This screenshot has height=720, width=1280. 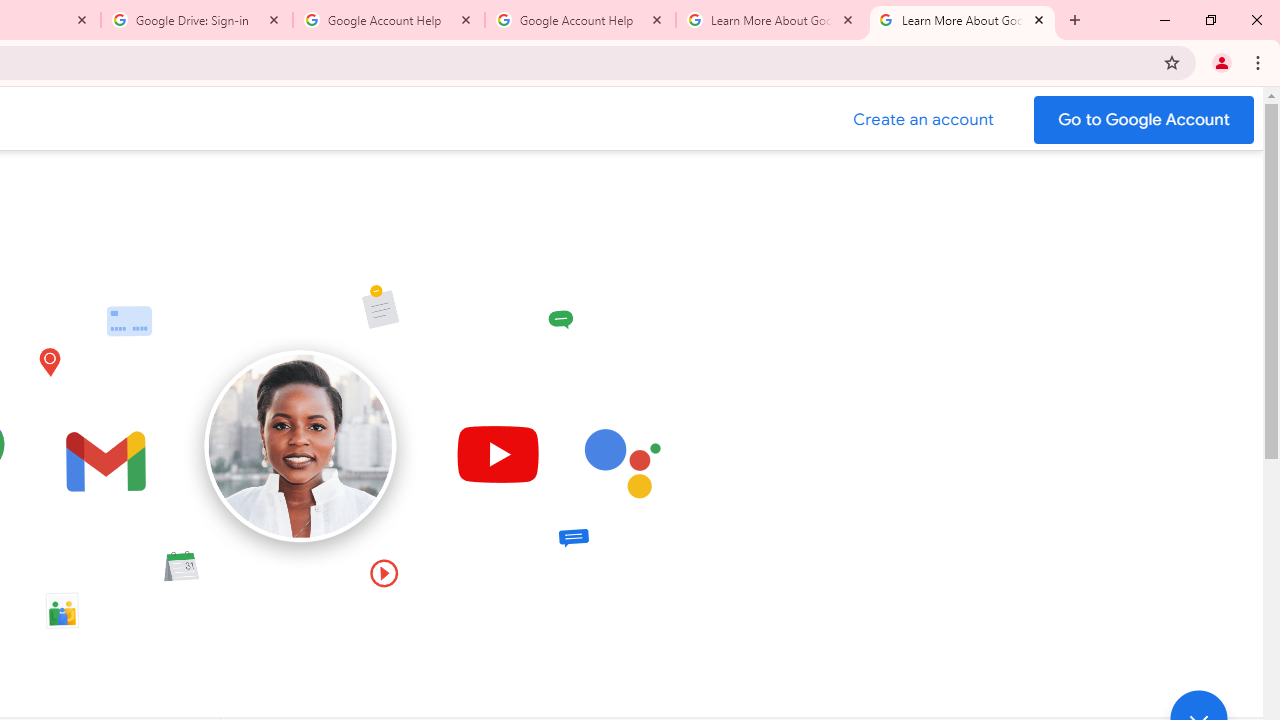 I want to click on 'Google Account Help', so click(x=389, y=20).